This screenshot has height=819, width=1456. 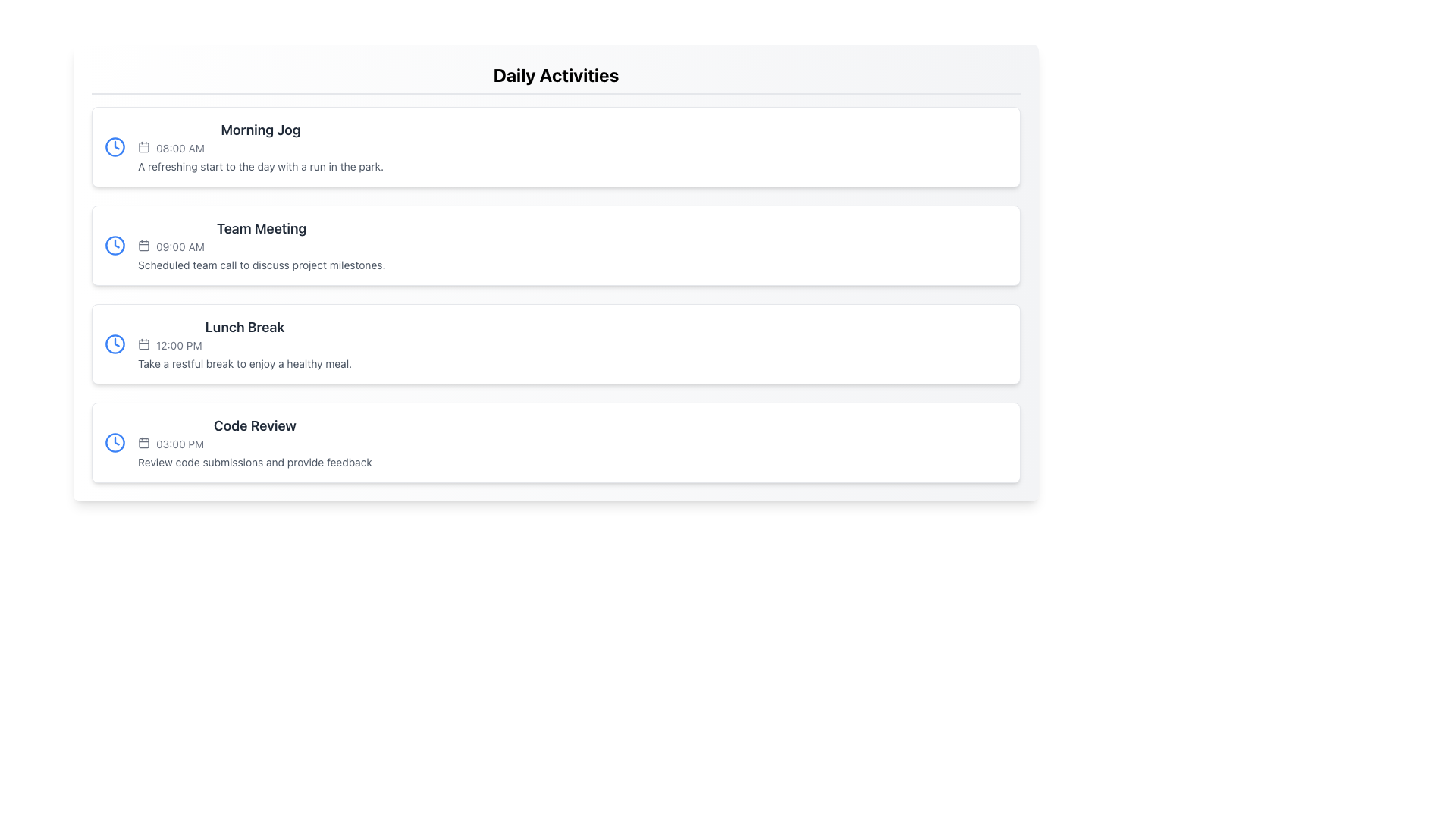 I want to click on the SVG Circle element of the clock icon, which is part of a structured list containing events or tasks, located to the left of the text 'Morning Jog', so click(x=115, y=146).